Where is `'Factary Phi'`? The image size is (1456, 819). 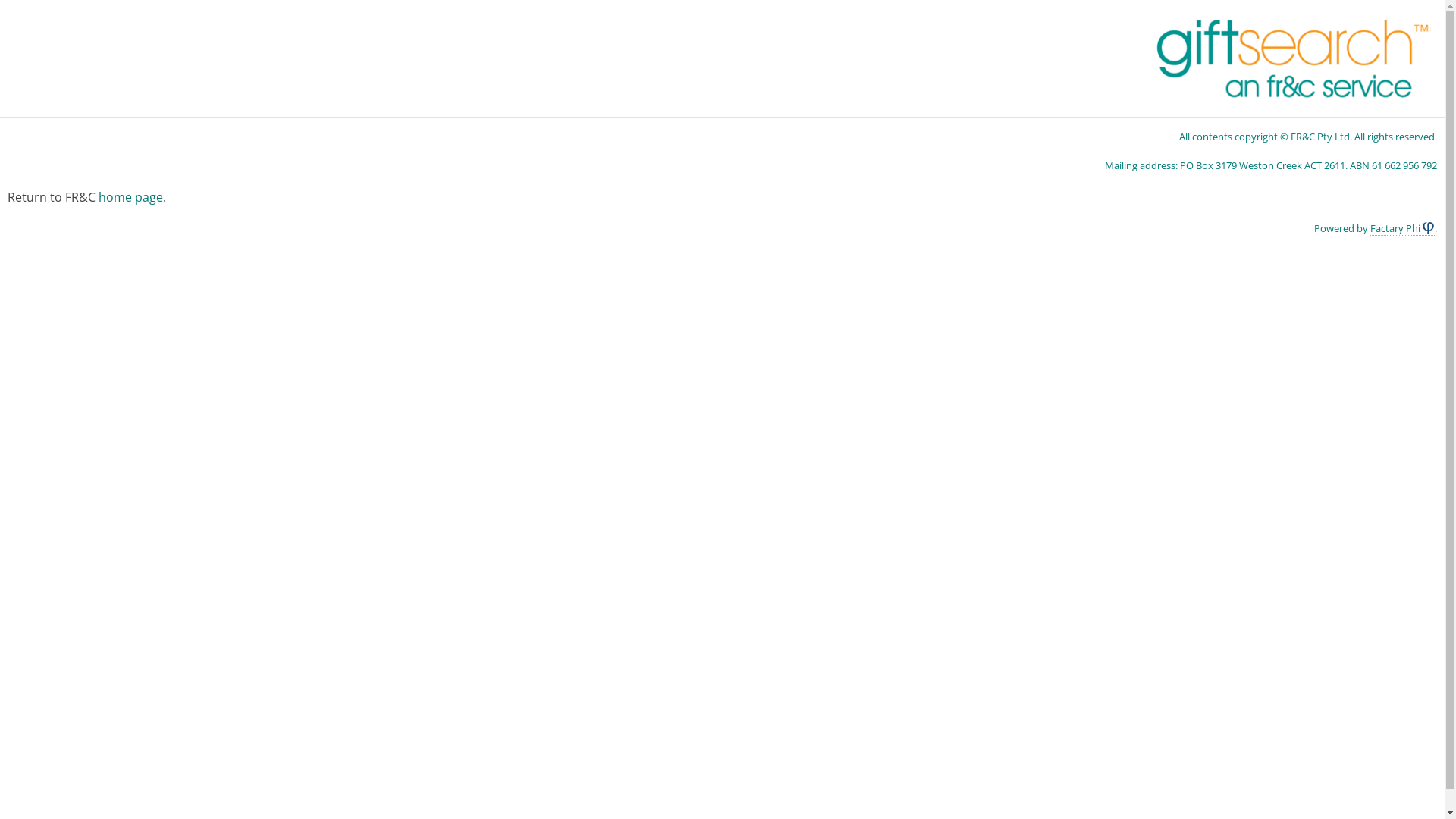 'Factary Phi' is located at coordinates (1370, 228).